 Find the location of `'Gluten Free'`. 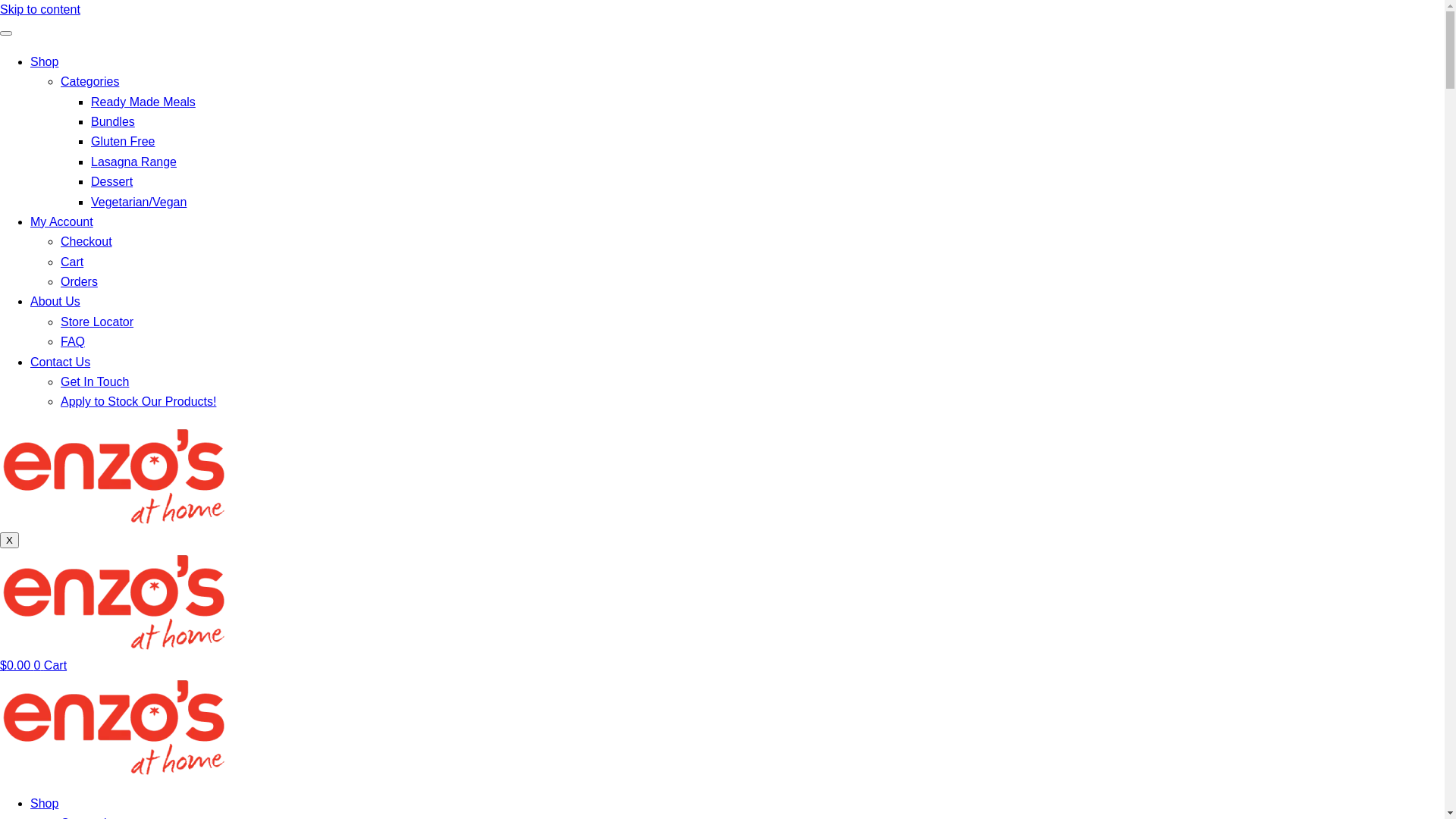

'Gluten Free' is located at coordinates (90, 141).